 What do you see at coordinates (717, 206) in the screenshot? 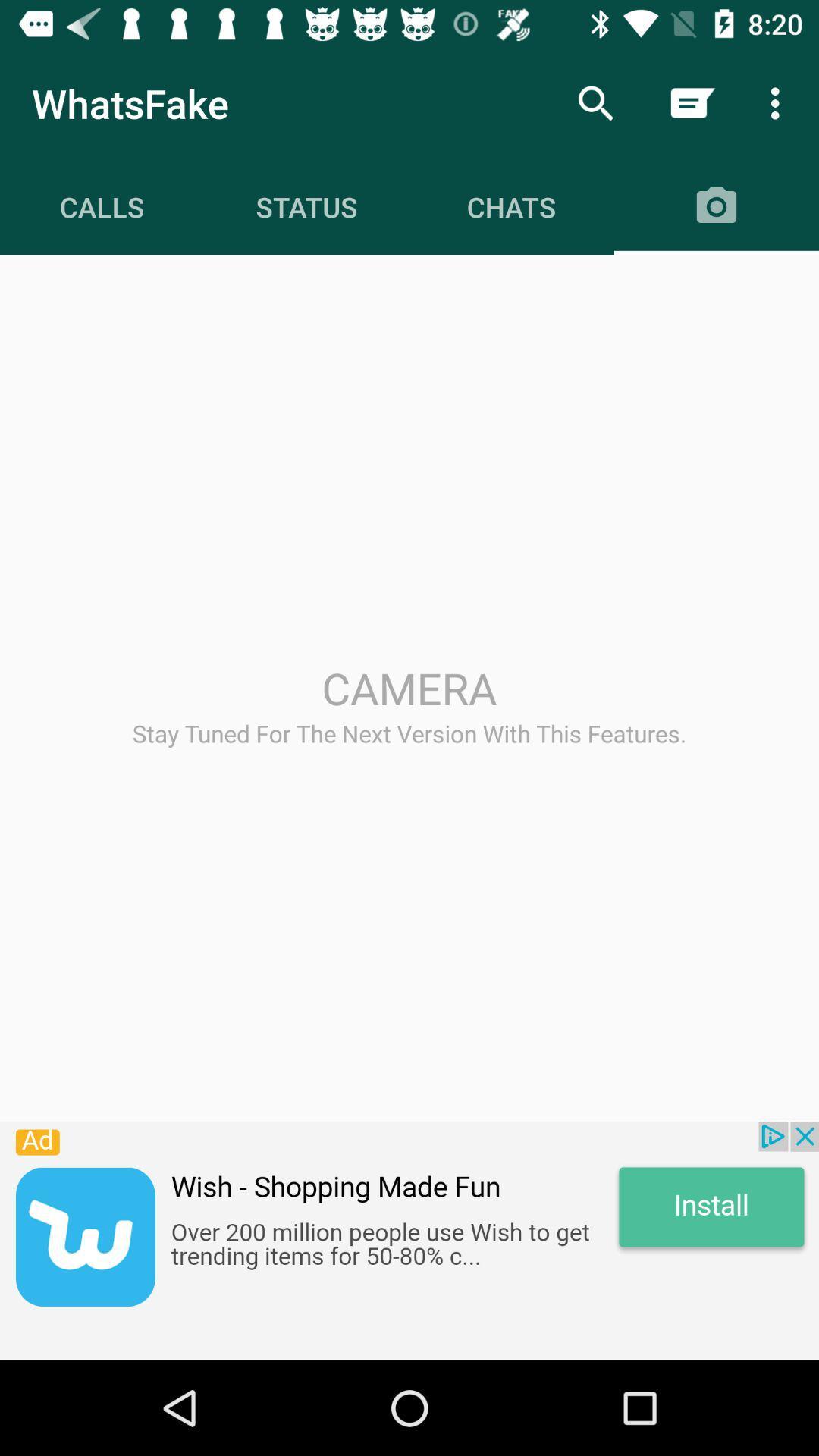
I see `the camera button in the menu bar` at bounding box center [717, 206].